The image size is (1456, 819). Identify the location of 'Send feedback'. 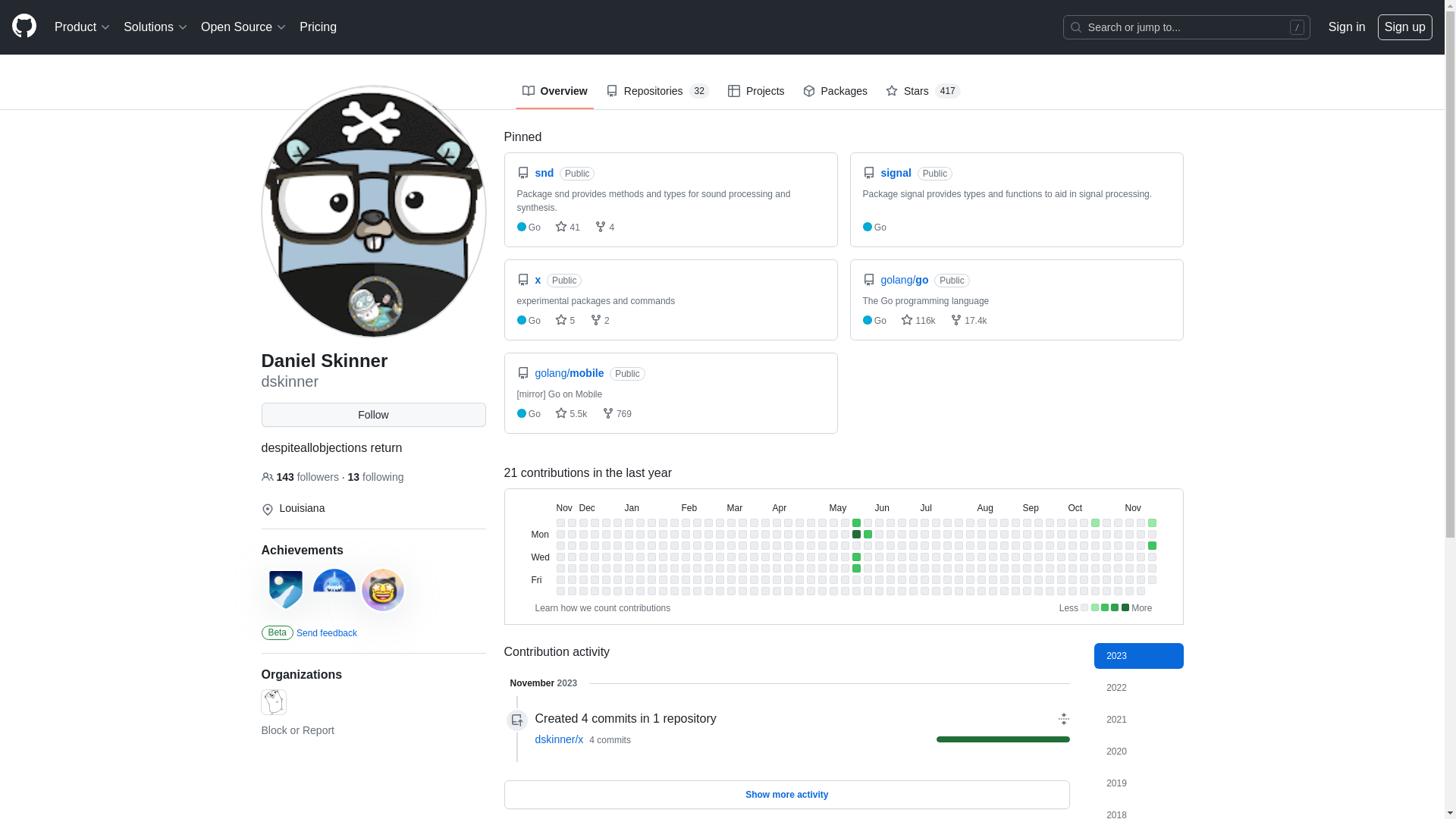
(326, 632).